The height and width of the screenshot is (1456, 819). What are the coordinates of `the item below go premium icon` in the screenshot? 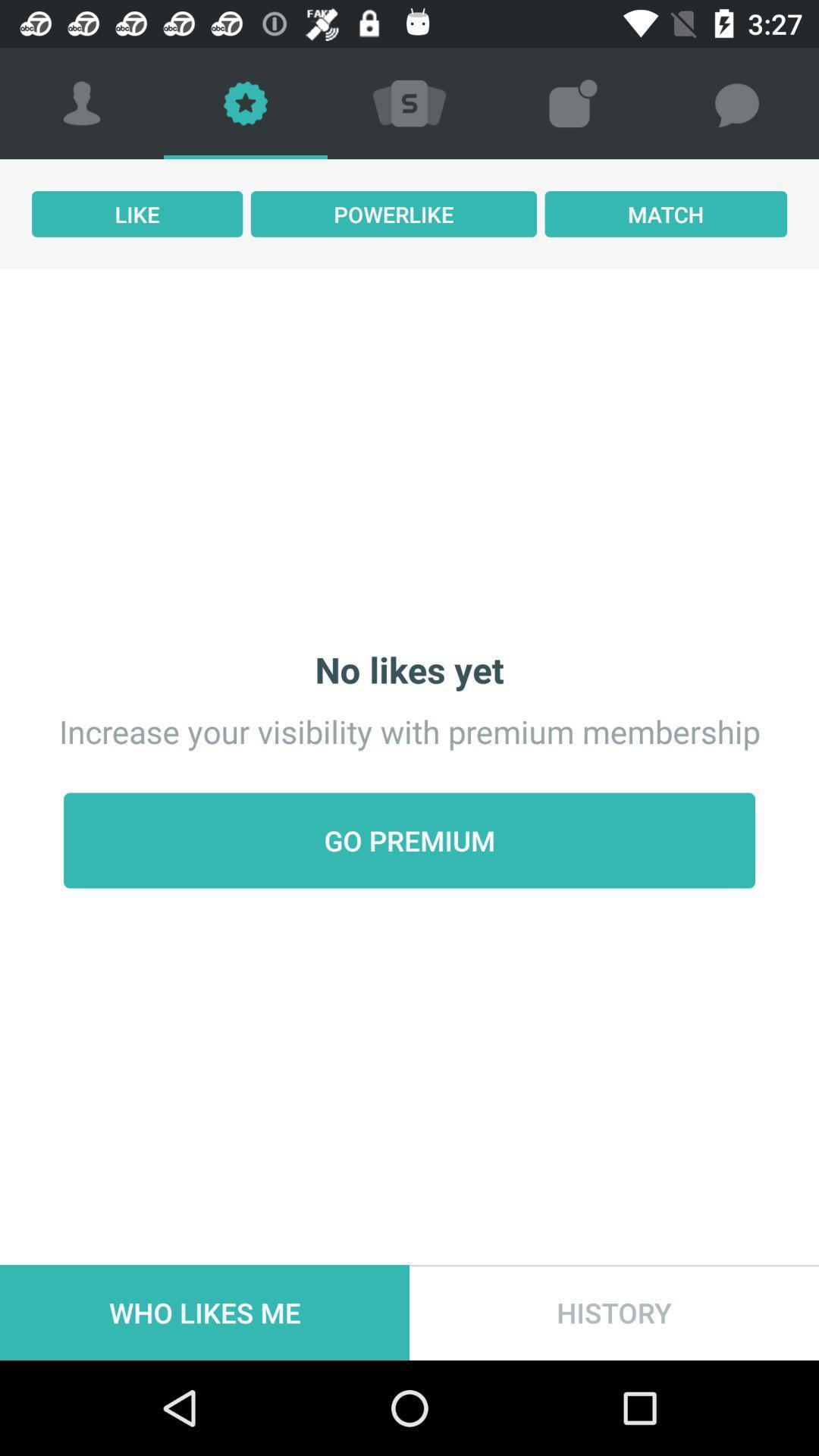 It's located at (205, 1312).